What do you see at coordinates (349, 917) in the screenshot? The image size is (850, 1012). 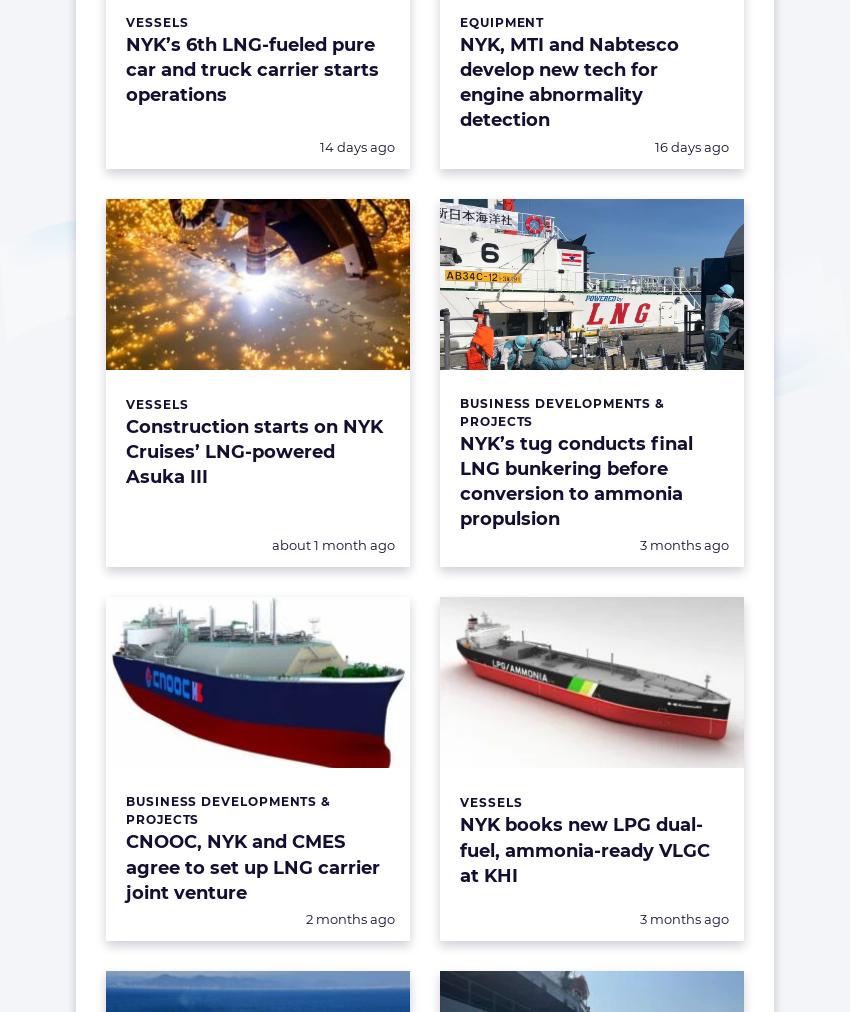 I see `'2 months ago'` at bounding box center [349, 917].